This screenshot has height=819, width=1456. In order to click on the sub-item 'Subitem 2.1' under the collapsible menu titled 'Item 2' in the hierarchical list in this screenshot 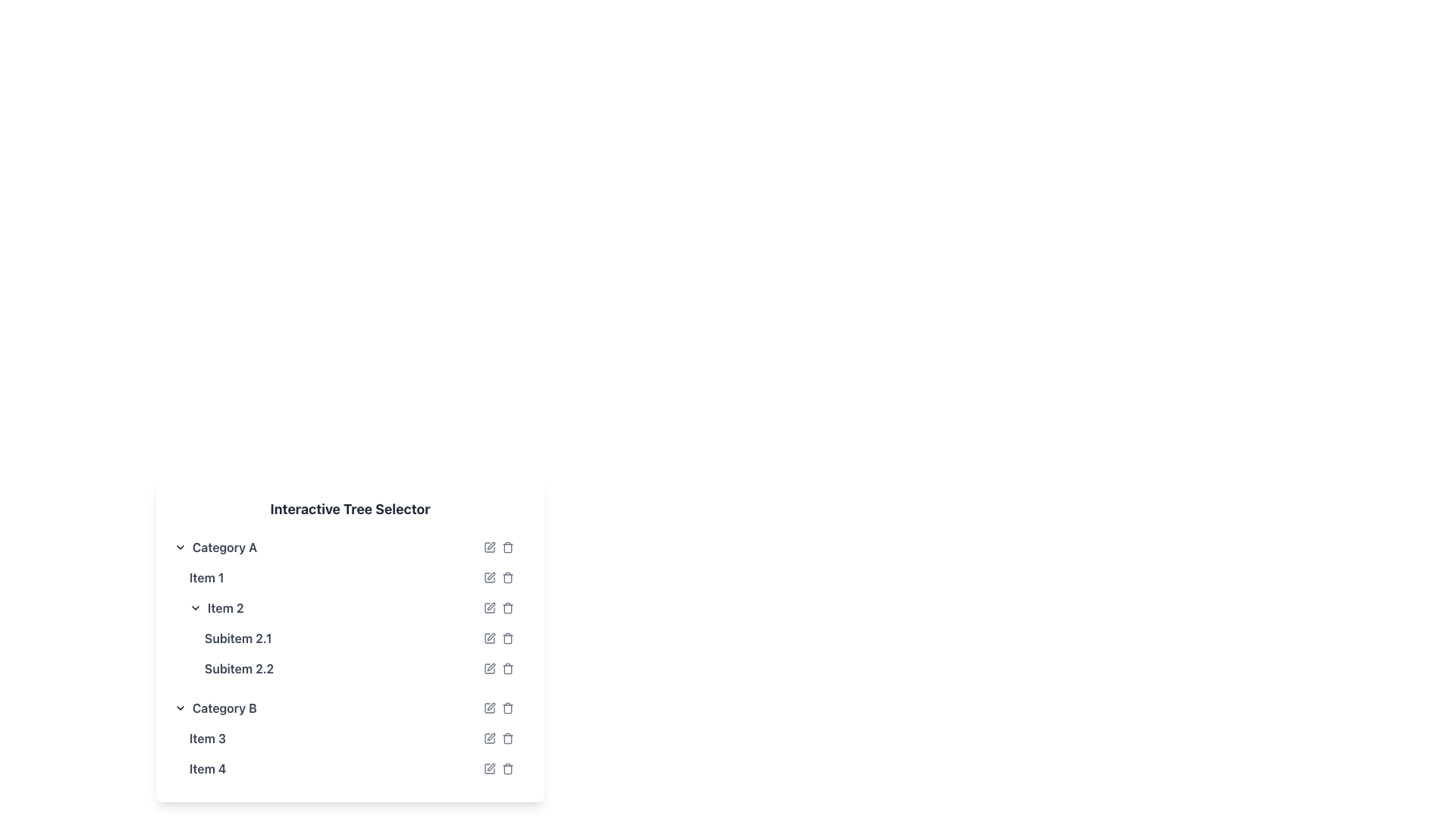, I will do `click(349, 638)`.